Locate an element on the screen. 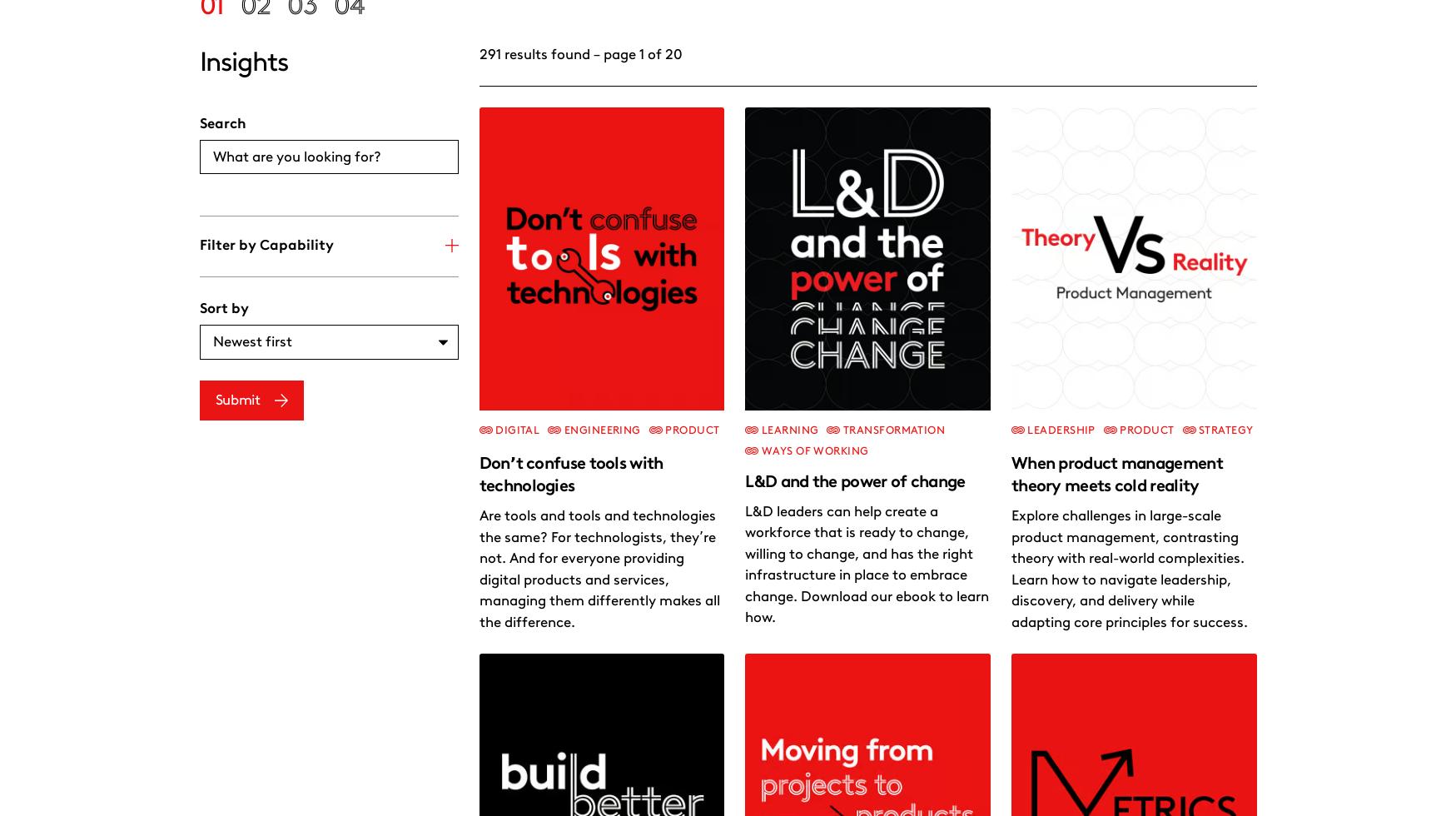 This screenshot has height=816, width=1456. 'Nurturing leadership in today’s workplace' is located at coordinates (744, 348).